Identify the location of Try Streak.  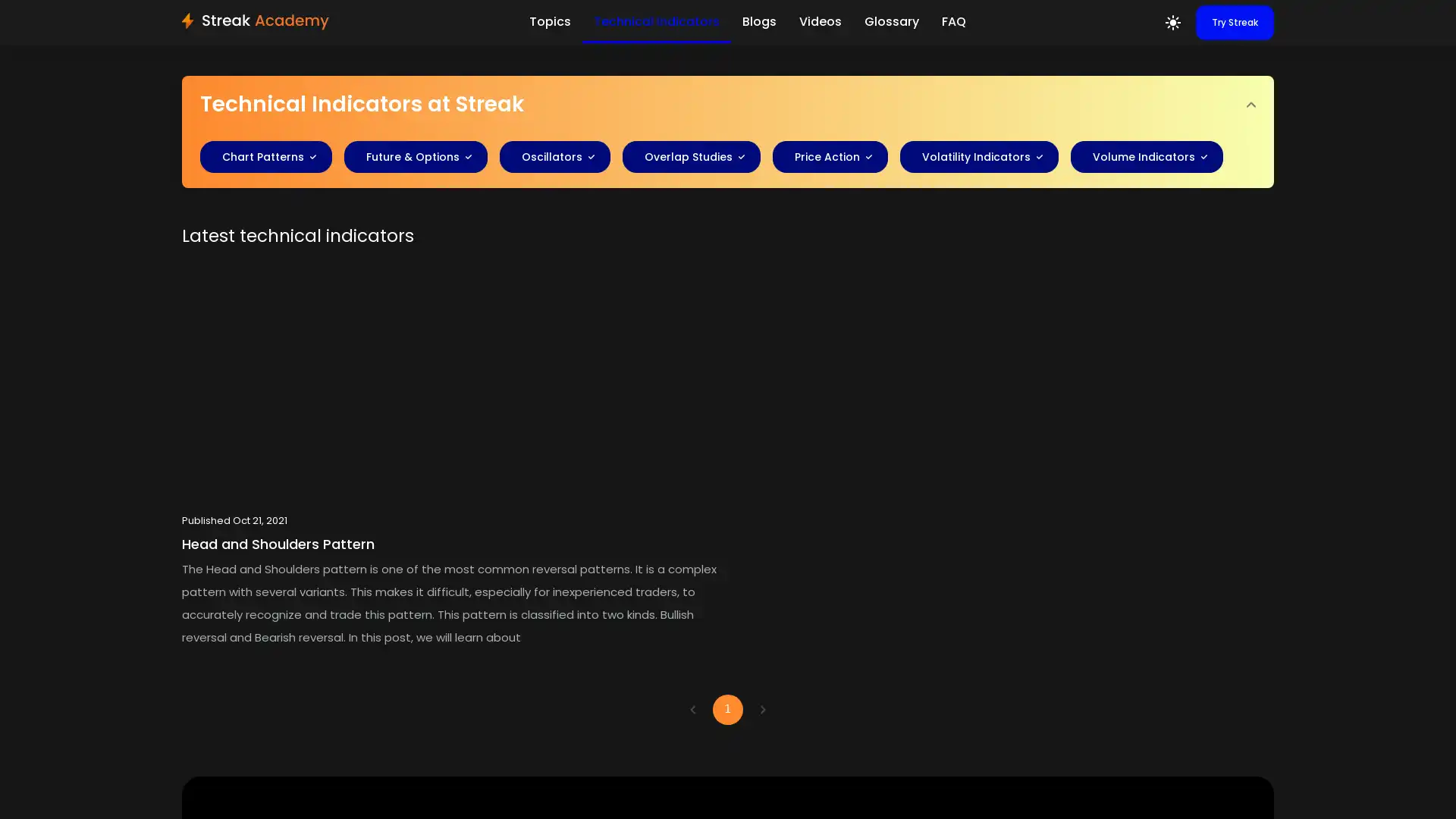
(1235, 23).